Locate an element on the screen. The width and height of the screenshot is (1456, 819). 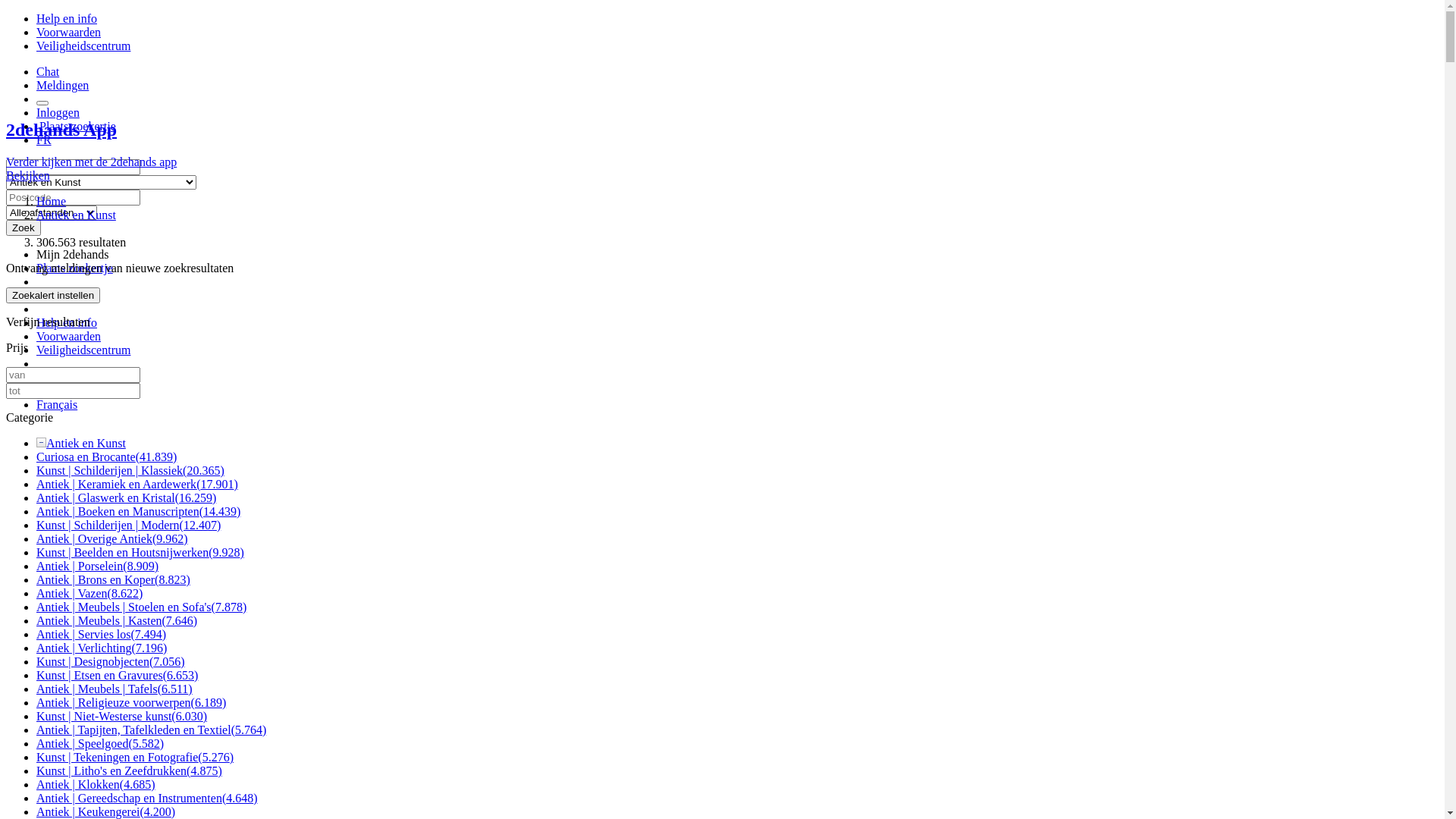
'Antiek | Tapijten, Tafelkleden en Textiel(5.764)' is located at coordinates (151, 729).